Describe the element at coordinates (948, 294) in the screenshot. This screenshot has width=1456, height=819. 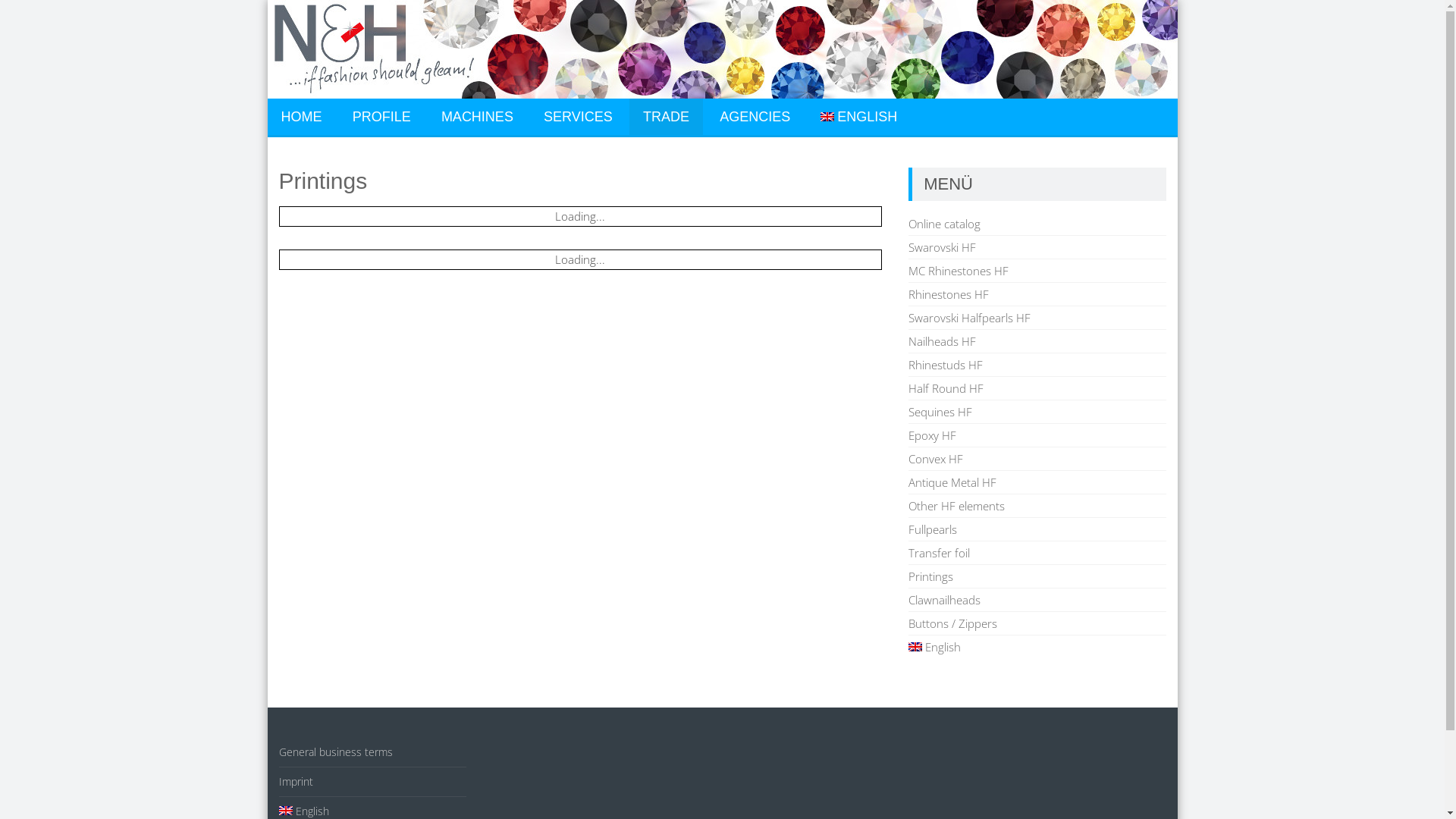
I see `'Rhinestones HF'` at that location.